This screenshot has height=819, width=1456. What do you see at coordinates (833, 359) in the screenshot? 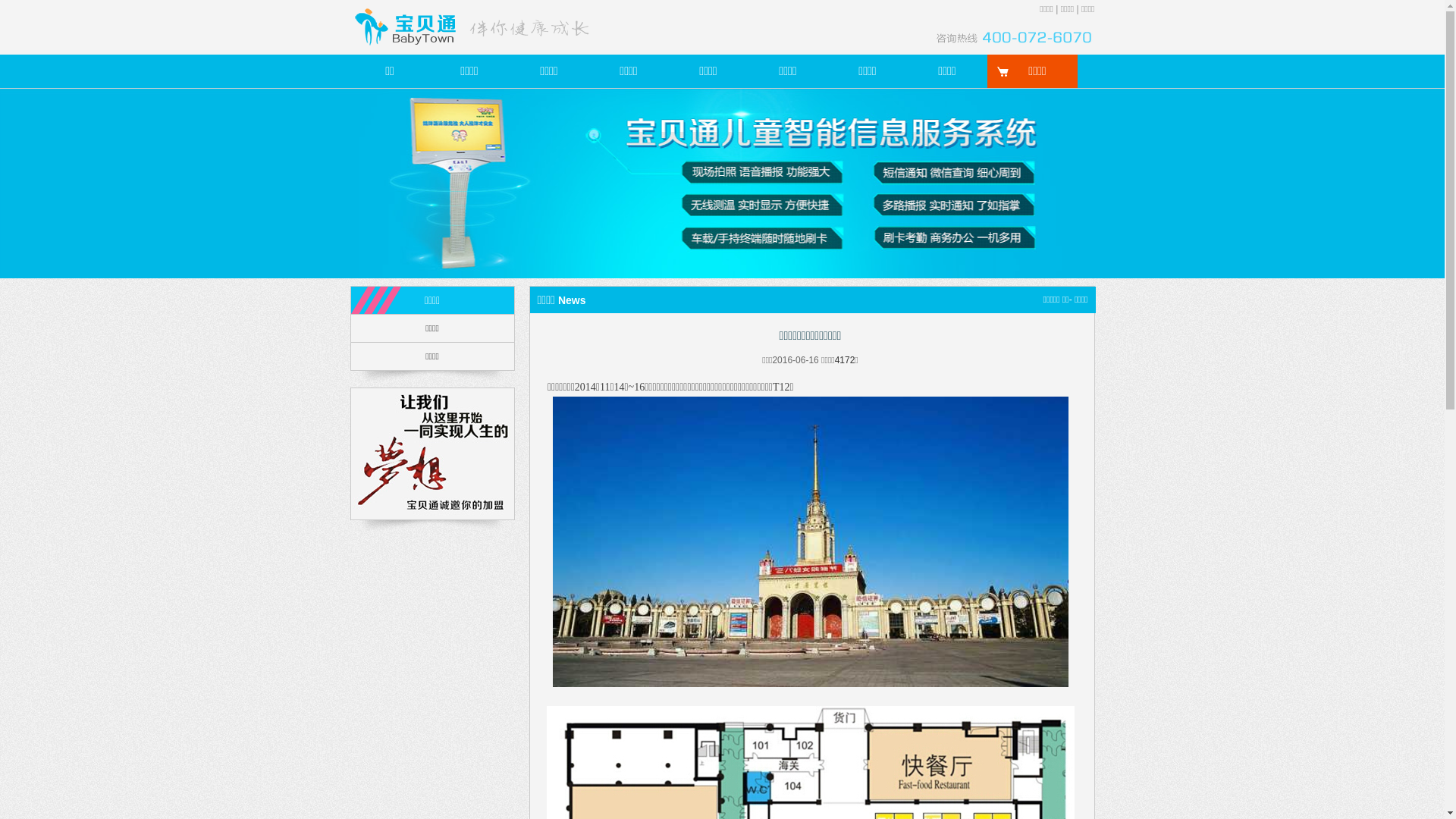
I see `'4172'` at bounding box center [833, 359].